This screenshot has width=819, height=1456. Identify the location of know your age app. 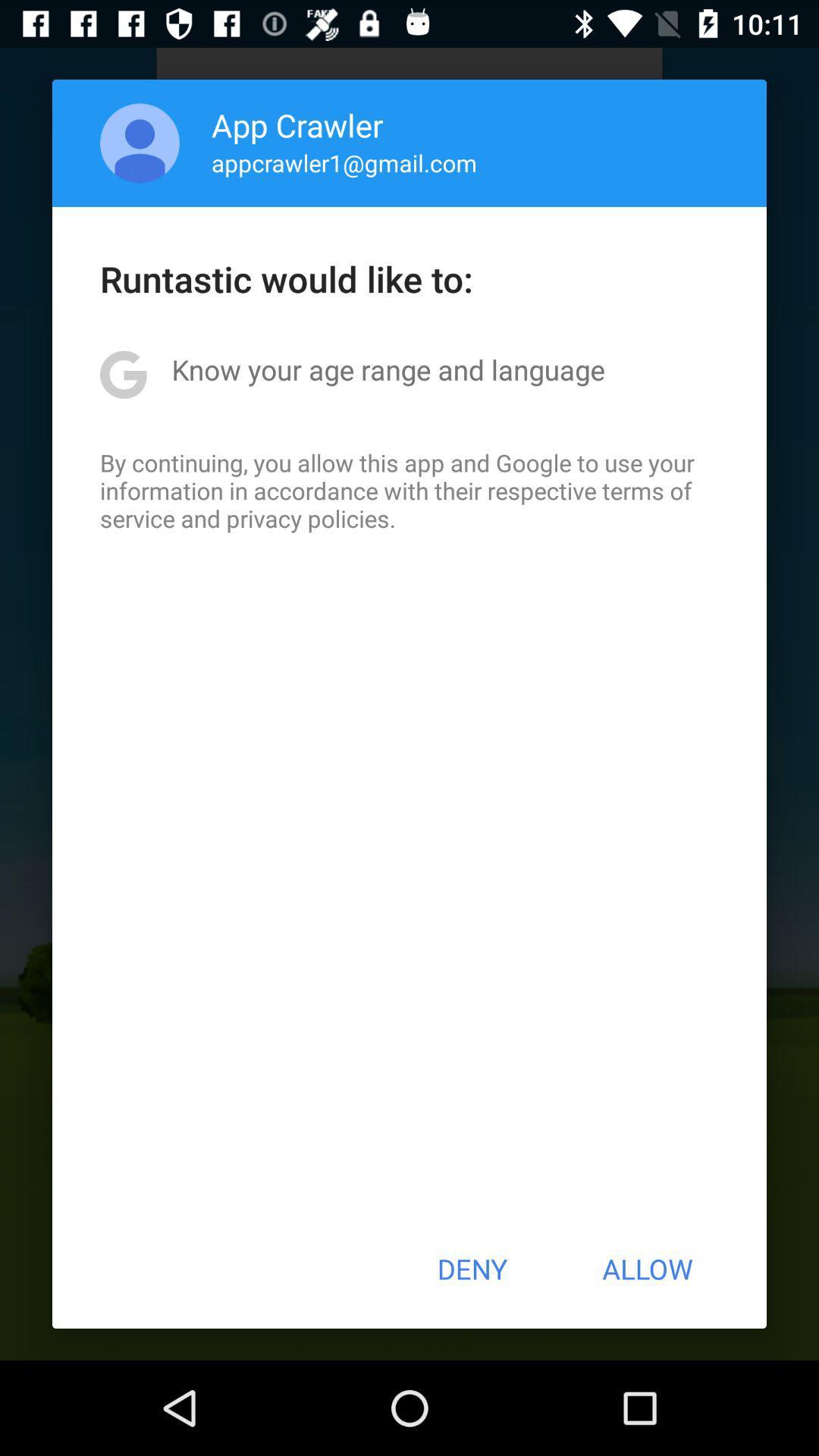
(388, 369).